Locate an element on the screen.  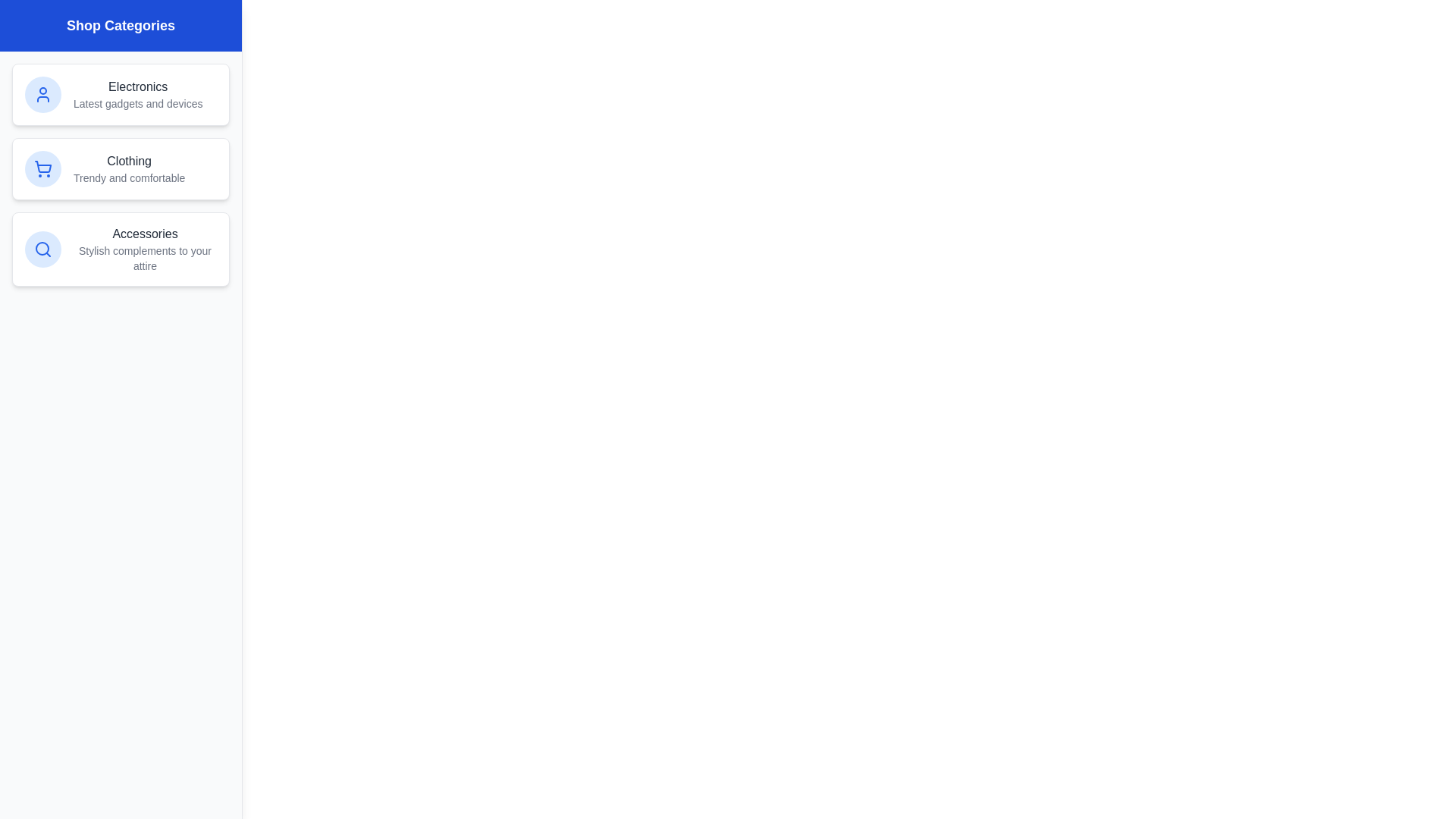
the item Clothing in the list to highlight it is located at coordinates (120, 169).